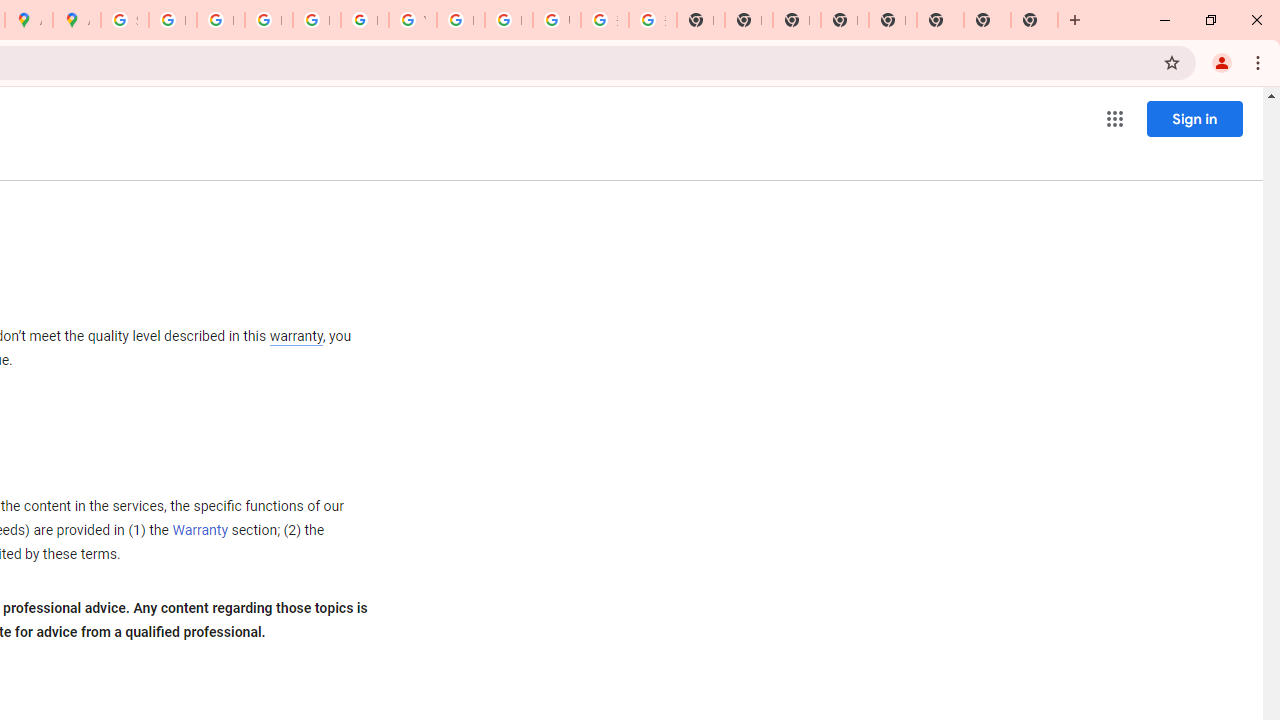  Describe the element at coordinates (200, 530) in the screenshot. I see `'Warranty'` at that location.